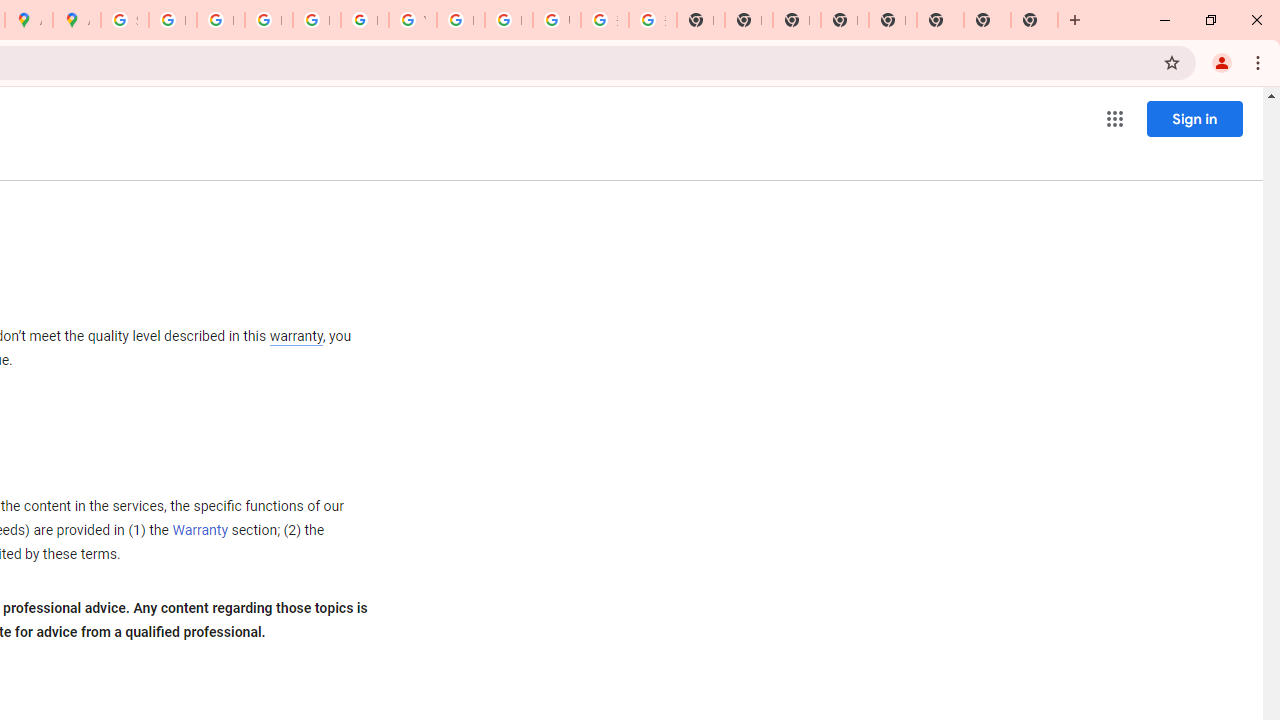  Describe the element at coordinates (200, 530) in the screenshot. I see `'Warranty'` at that location.